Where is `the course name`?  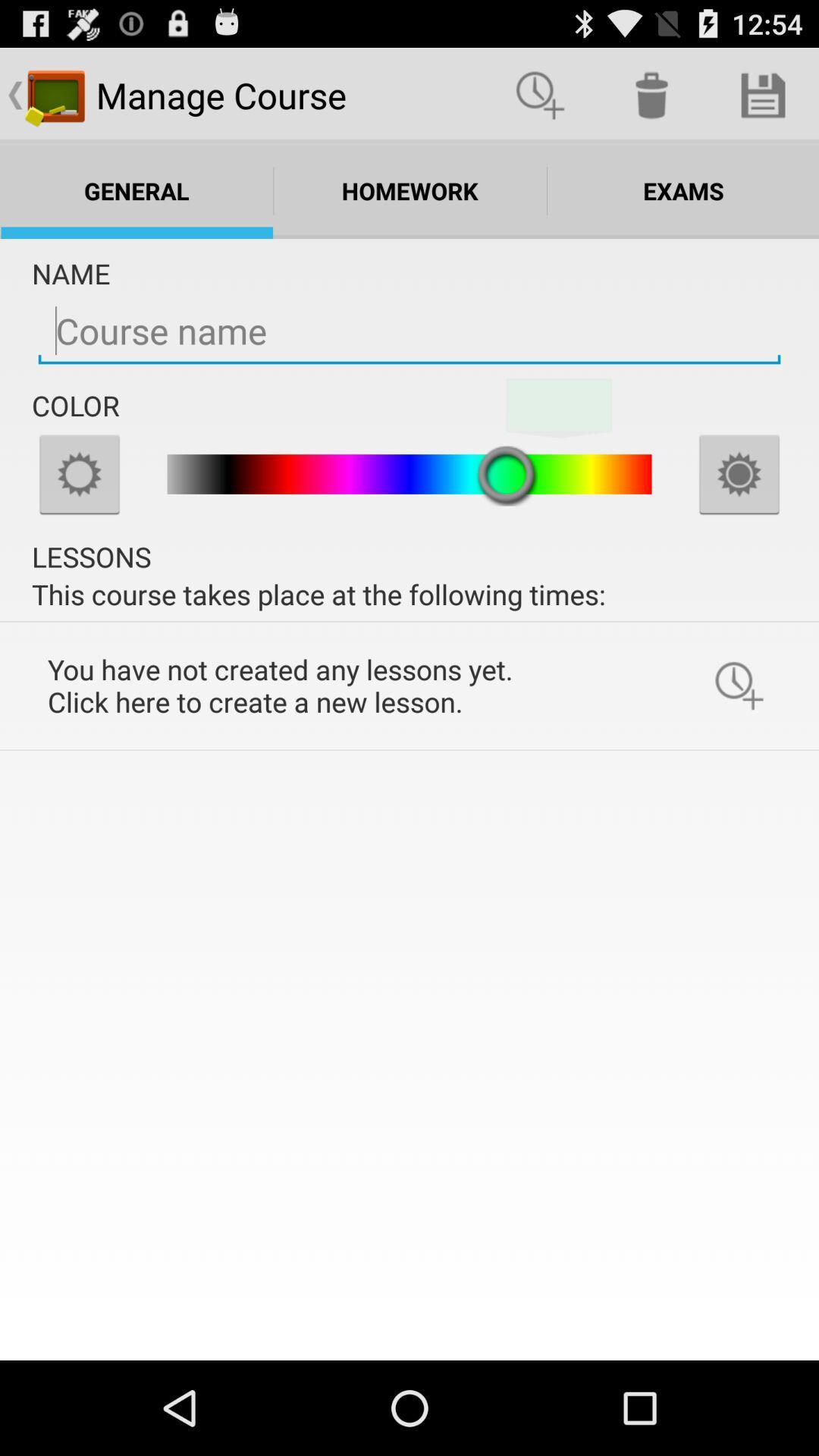 the course name is located at coordinates (409, 331).